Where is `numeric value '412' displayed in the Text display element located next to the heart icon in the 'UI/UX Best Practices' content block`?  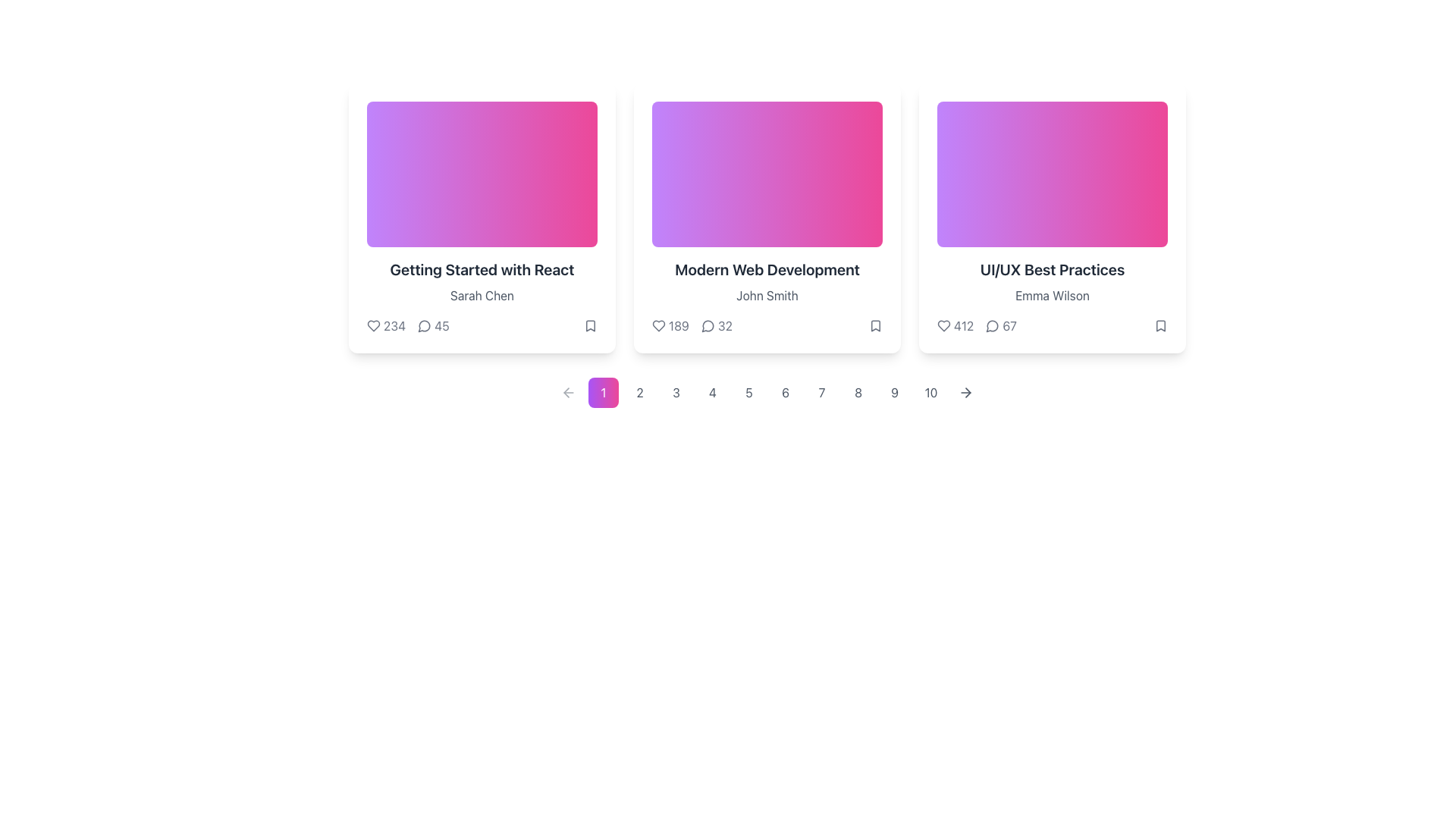
numeric value '412' displayed in the Text display element located next to the heart icon in the 'UI/UX Best Practices' content block is located at coordinates (963, 325).